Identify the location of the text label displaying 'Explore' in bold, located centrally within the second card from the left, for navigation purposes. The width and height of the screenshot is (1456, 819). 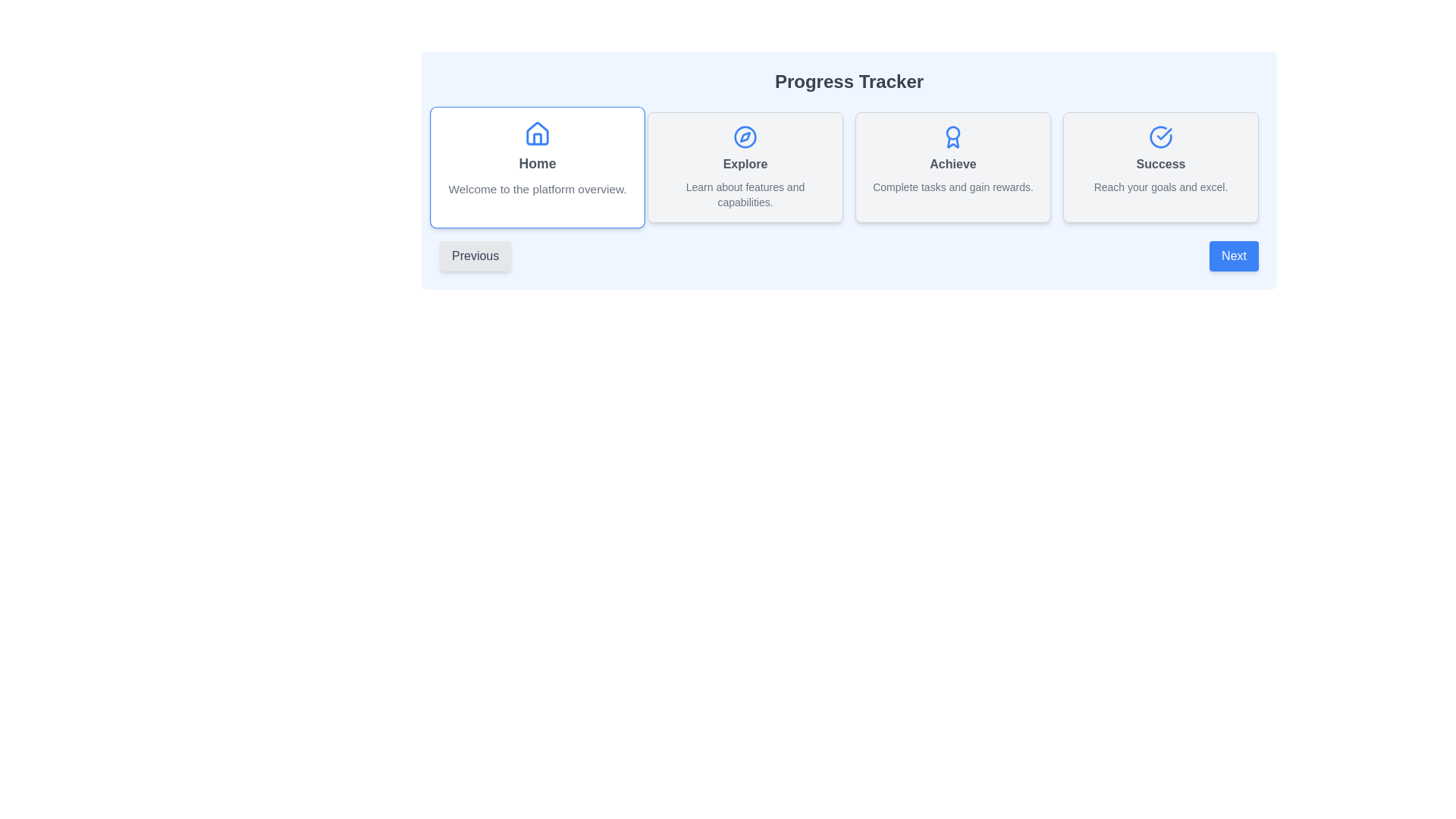
(745, 164).